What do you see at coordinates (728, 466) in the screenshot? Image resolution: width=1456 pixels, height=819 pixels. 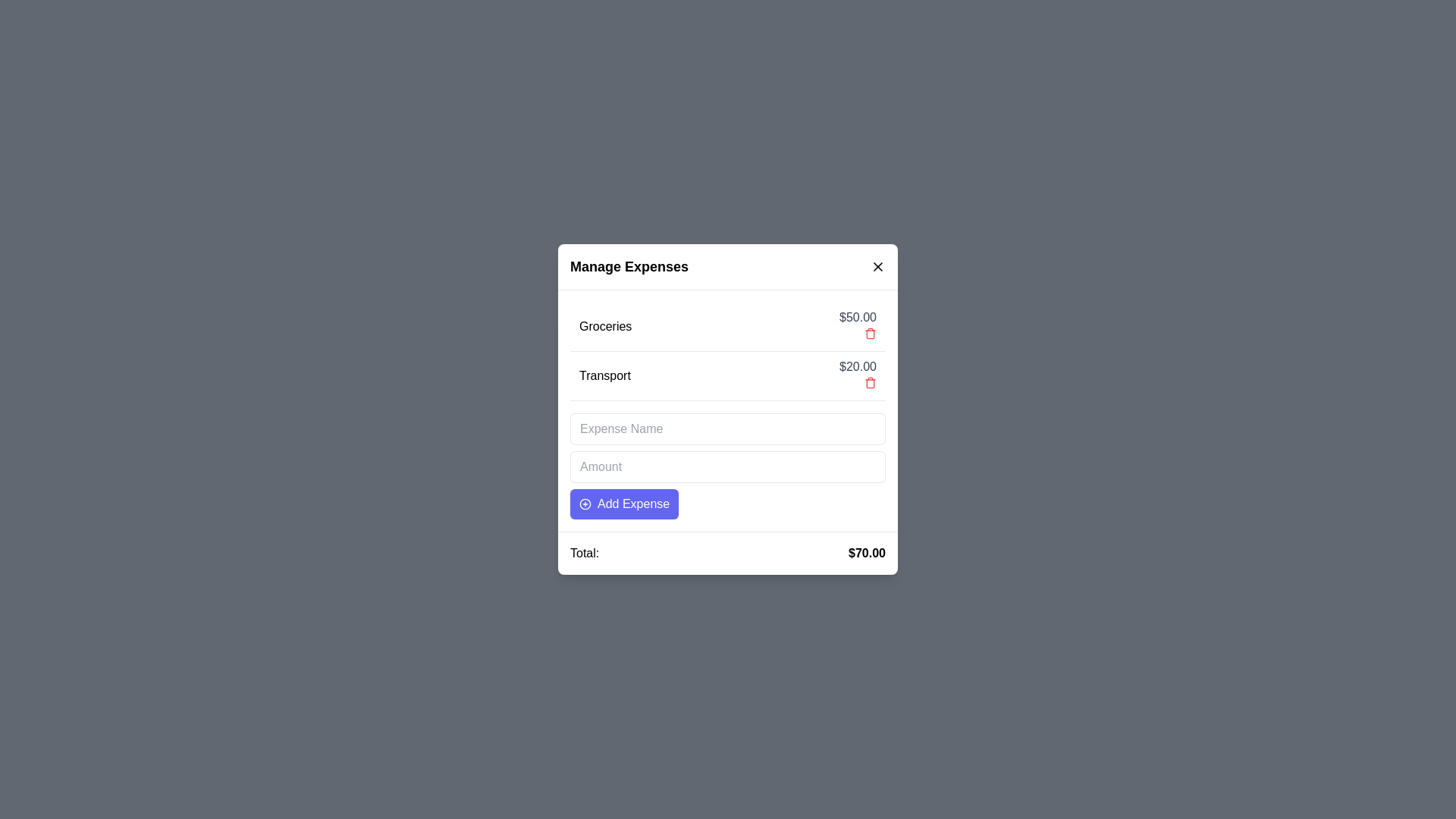 I see `the numeric input field for expense entry located in the 'Add Expense' section, which is positioned below the 'Expense Name' input and above the 'Add Expense' button` at bounding box center [728, 466].